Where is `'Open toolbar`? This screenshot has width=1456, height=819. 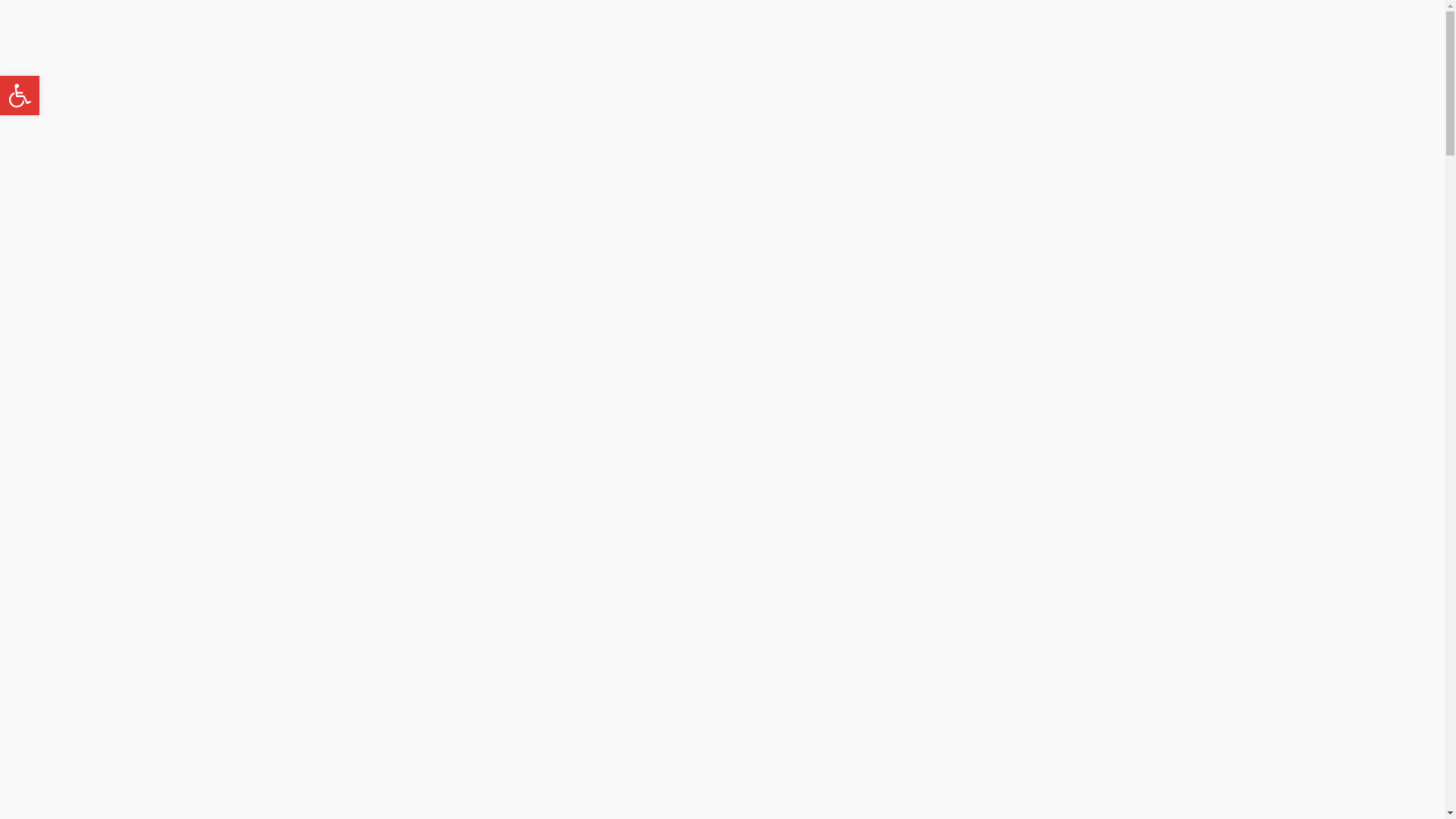 'Open toolbar is located at coordinates (19, 96).